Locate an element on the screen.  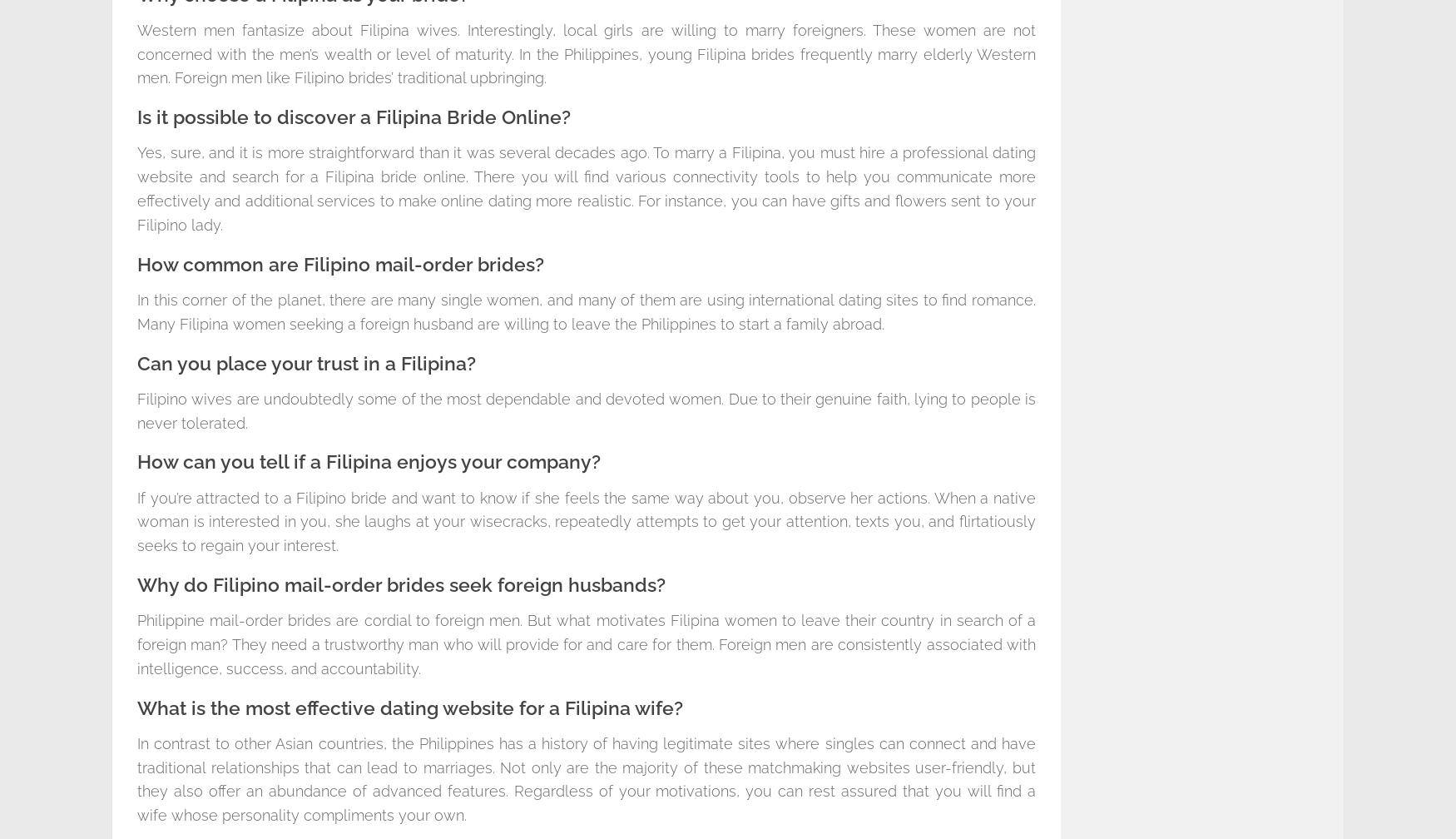
'How can you tell if a Filipina enjoys your company?' is located at coordinates (369, 462).